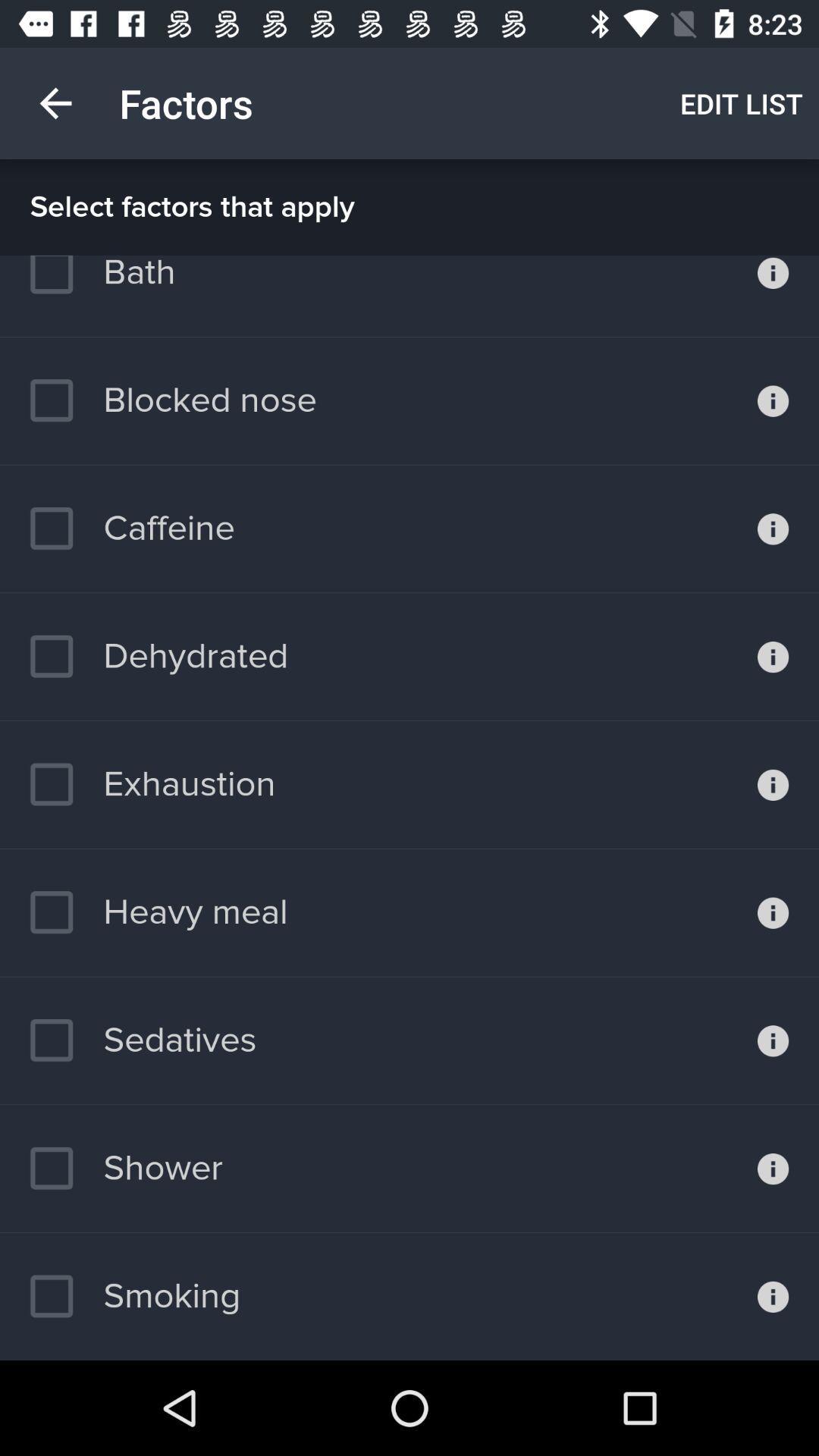 Image resolution: width=819 pixels, height=1456 pixels. Describe the element at coordinates (102, 282) in the screenshot. I see `bath` at that location.